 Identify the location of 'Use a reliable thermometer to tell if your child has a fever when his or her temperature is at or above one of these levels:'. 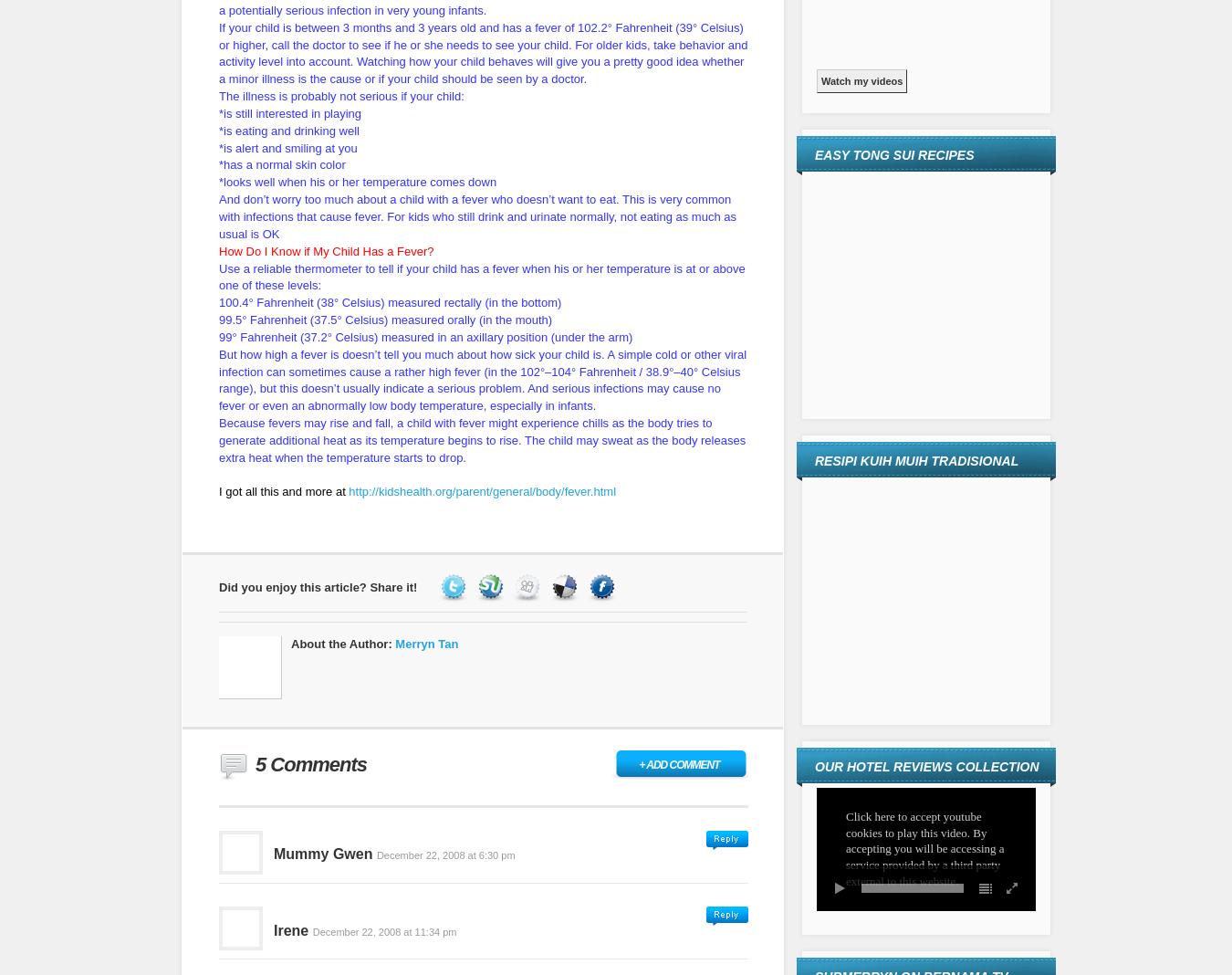
(480, 275).